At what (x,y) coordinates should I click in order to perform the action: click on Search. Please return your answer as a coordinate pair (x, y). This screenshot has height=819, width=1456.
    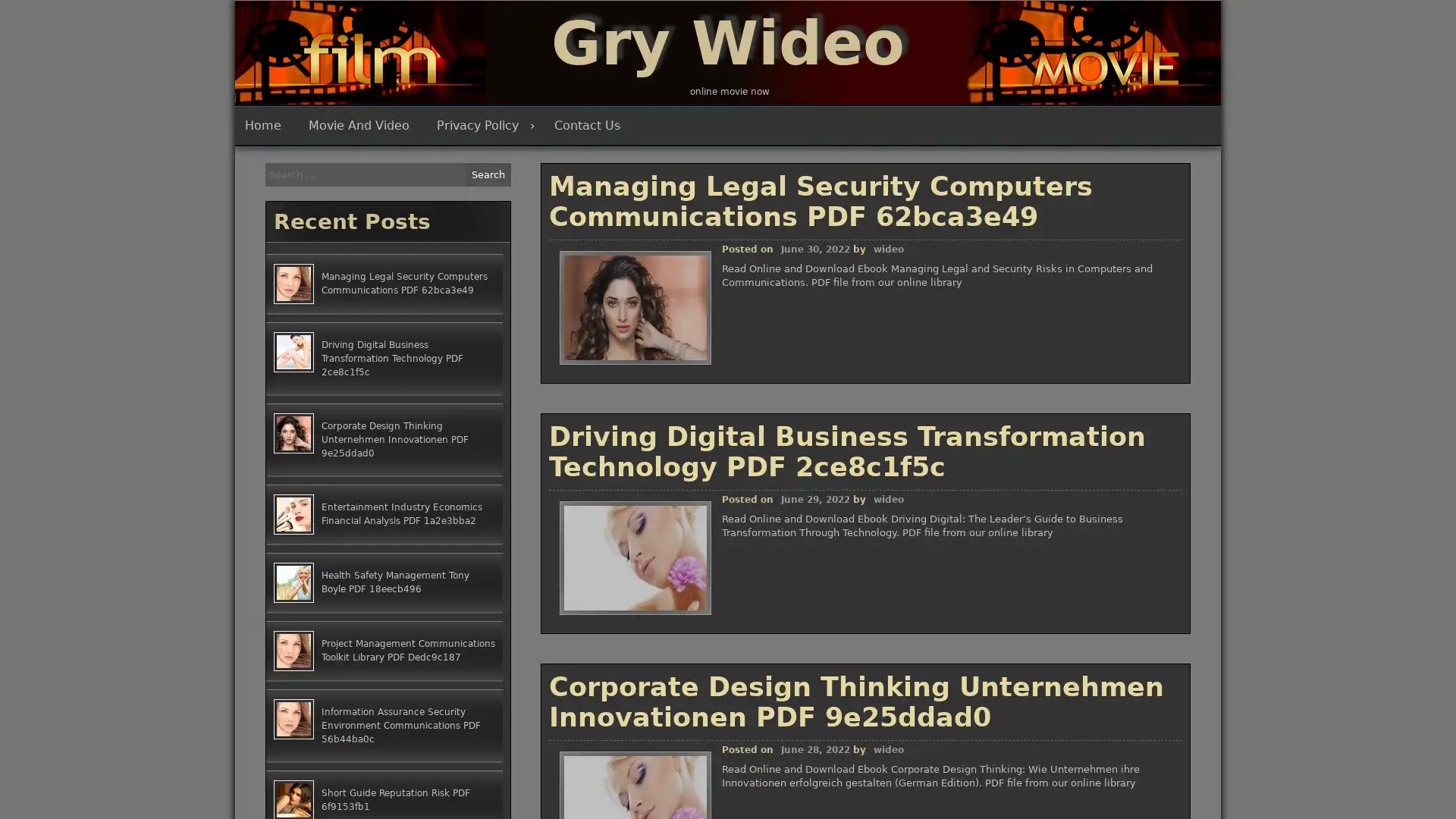
    Looking at the image, I should click on (488, 174).